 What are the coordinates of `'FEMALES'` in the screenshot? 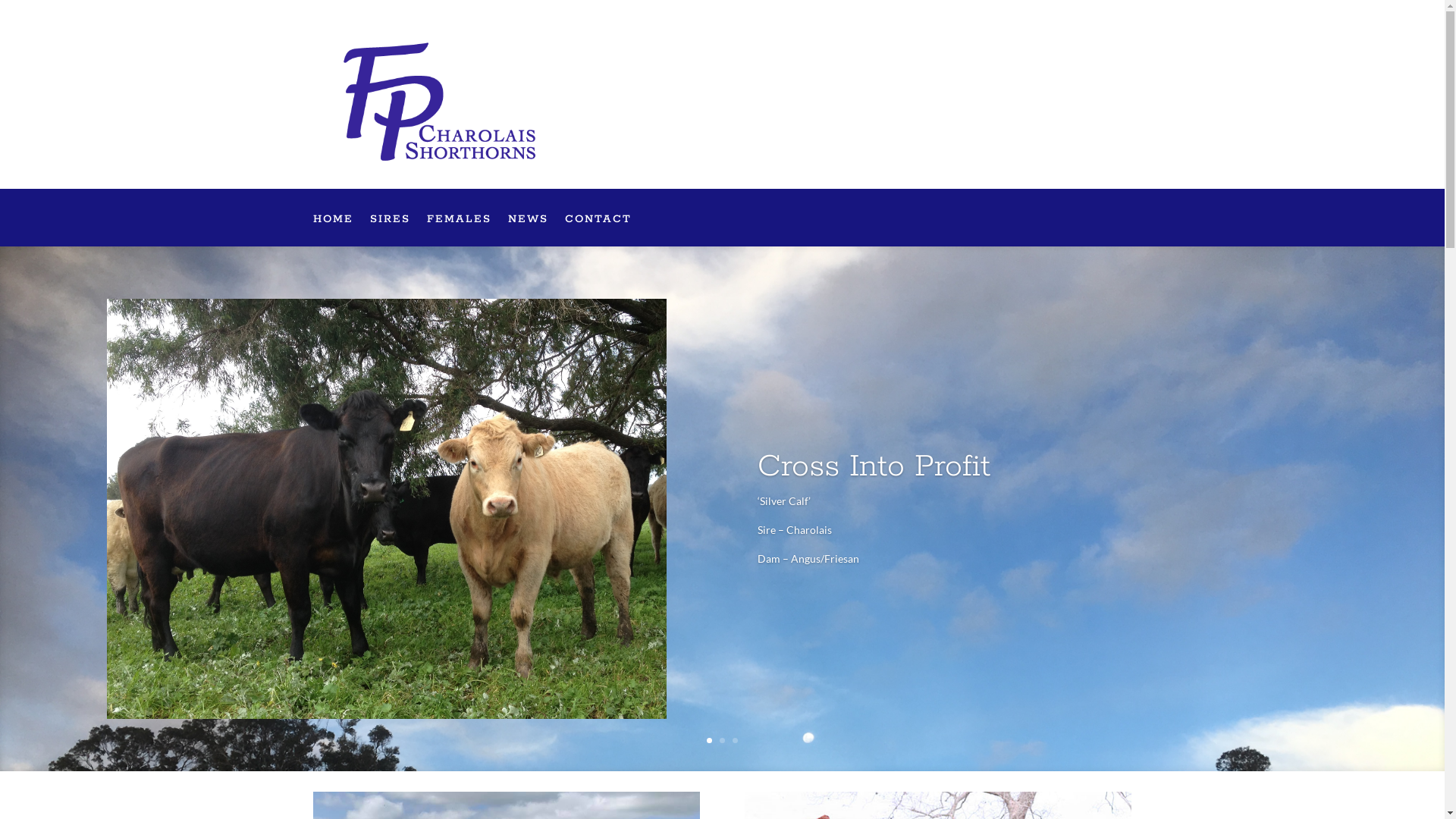 It's located at (425, 230).